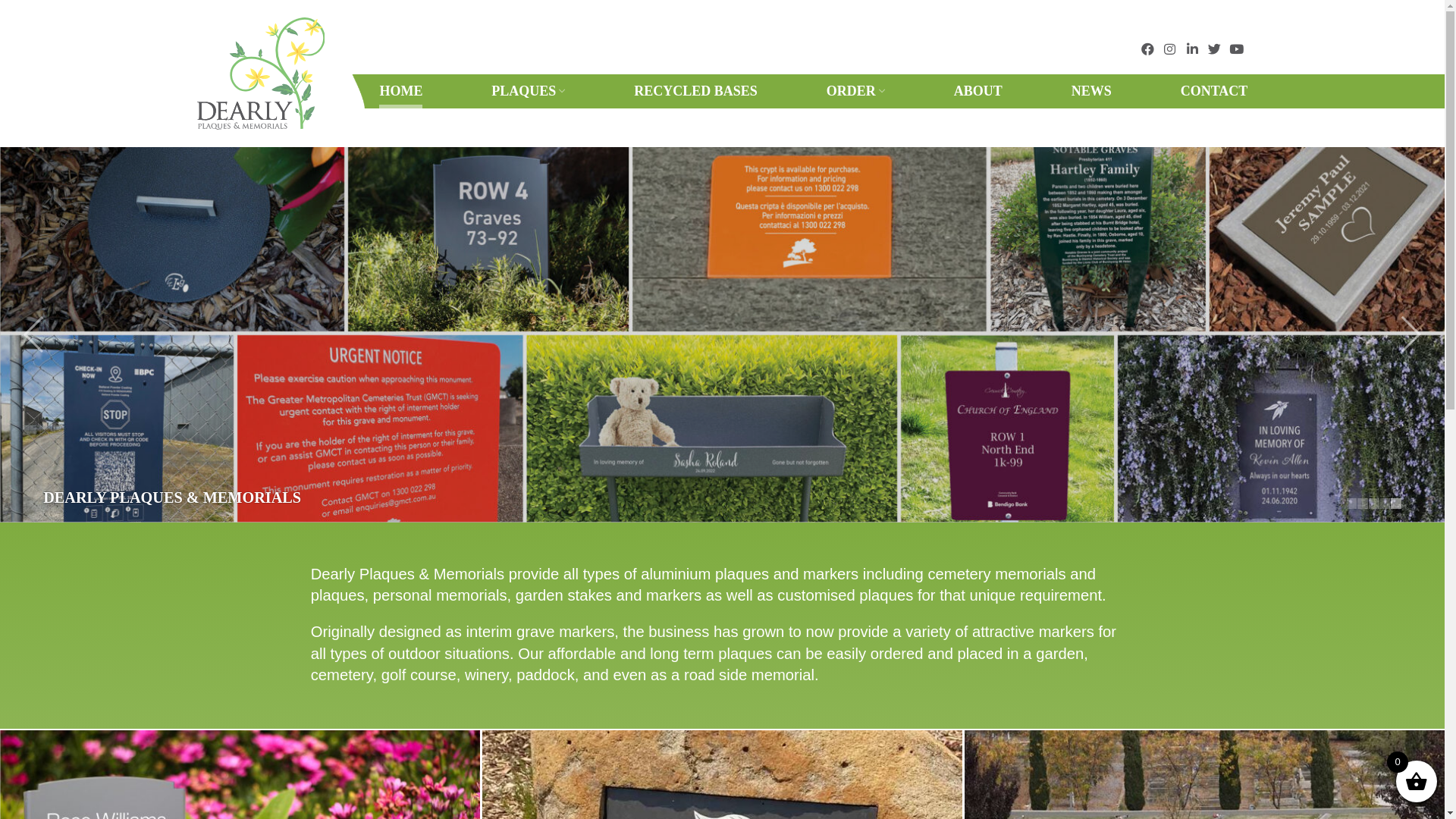 This screenshot has width=1456, height=819. Describe the element at coordinates (695, 91) in the screenshot. I see `'RECYCLED BASES'` at that location.